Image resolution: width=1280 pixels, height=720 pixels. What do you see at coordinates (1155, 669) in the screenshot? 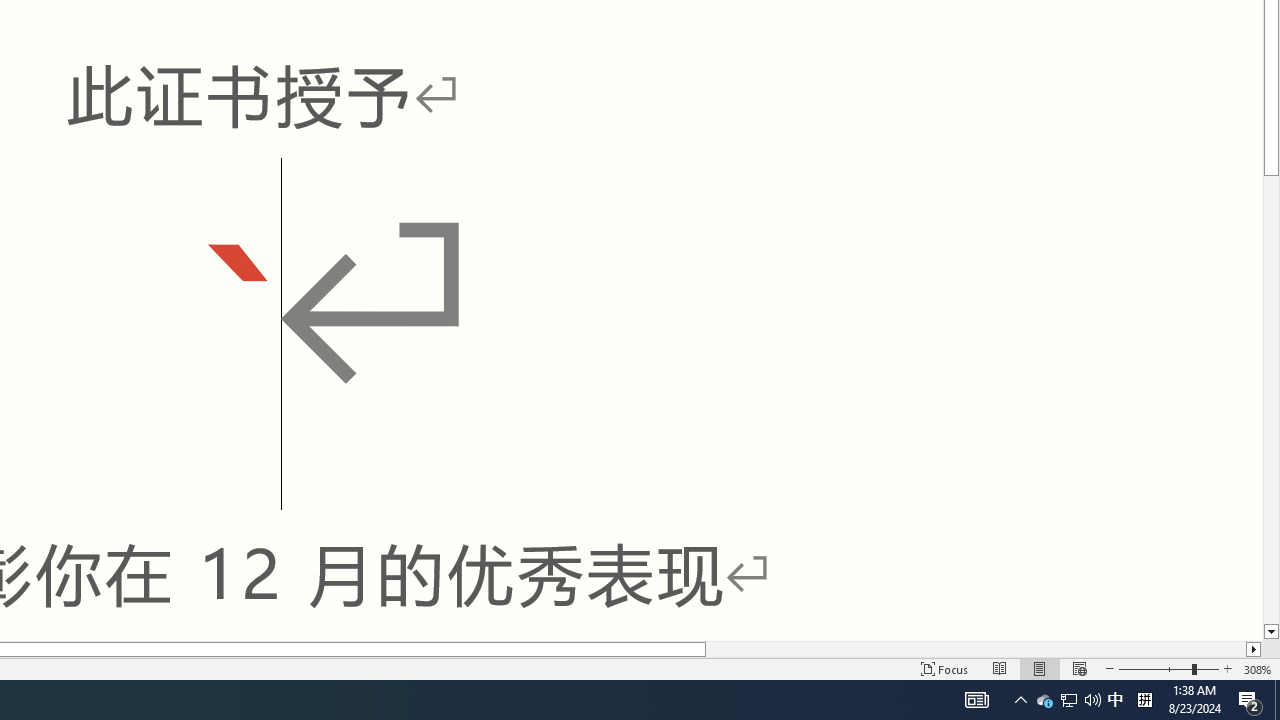
I see `'Zoom Out'` at bounding box center [1155, 669].